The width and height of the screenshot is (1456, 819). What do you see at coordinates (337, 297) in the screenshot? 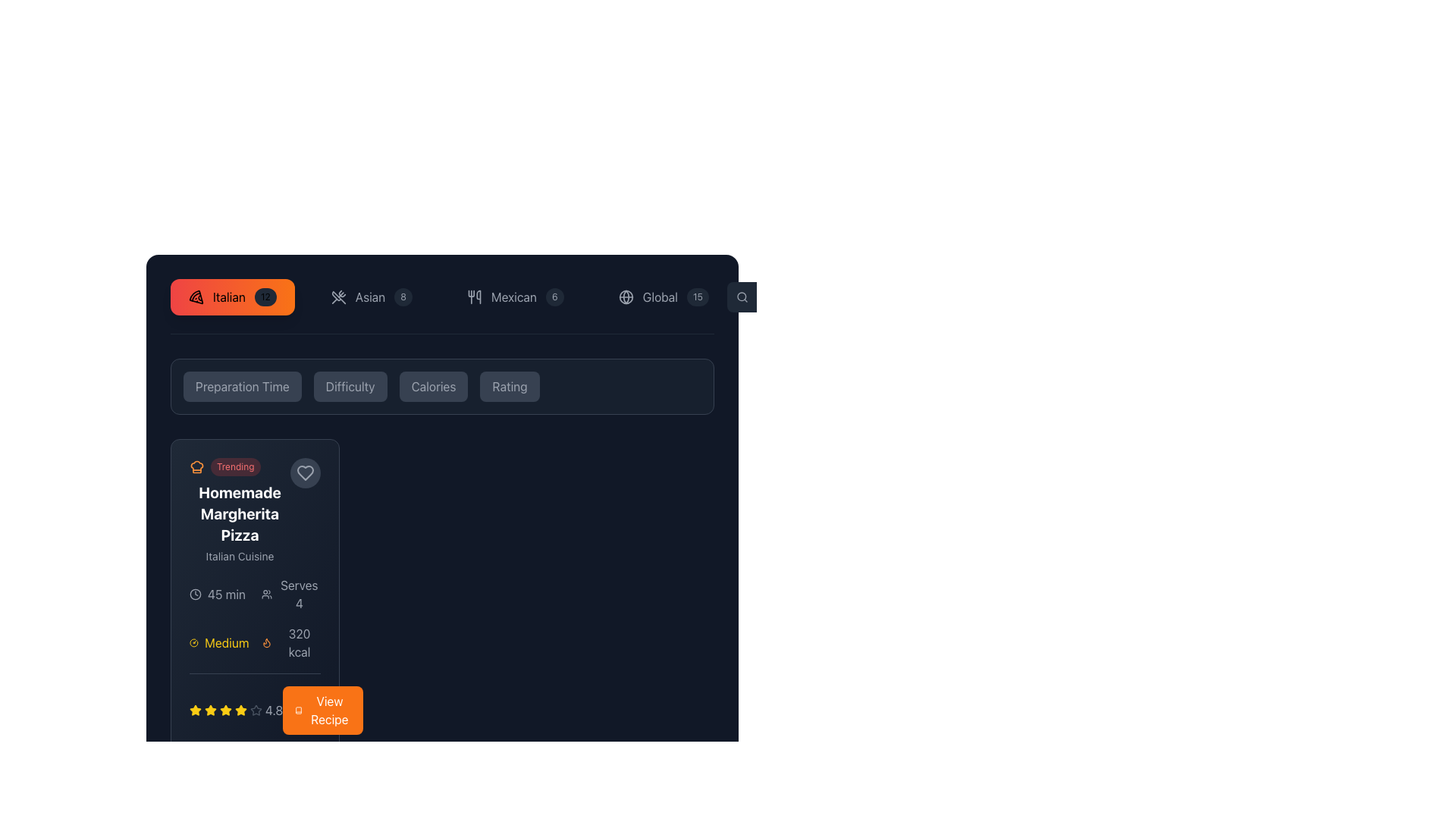
I see `the food icon that represents culinary content, located to the left of the text 'Asian 8'` at bounding box center [337, 297].